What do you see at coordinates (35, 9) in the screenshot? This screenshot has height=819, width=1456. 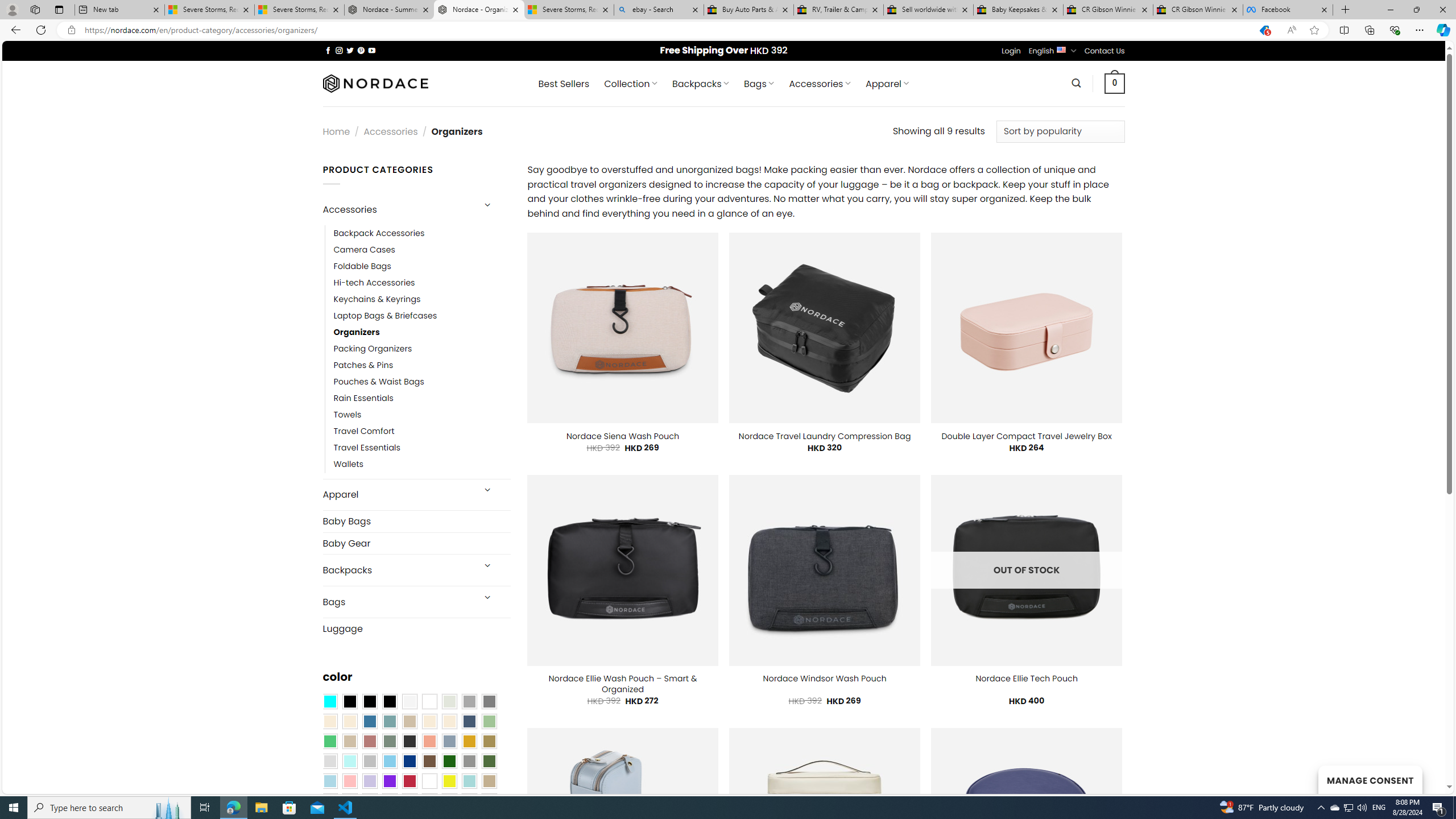 I see `'Workspaces'` at bounding box center [35, 9].